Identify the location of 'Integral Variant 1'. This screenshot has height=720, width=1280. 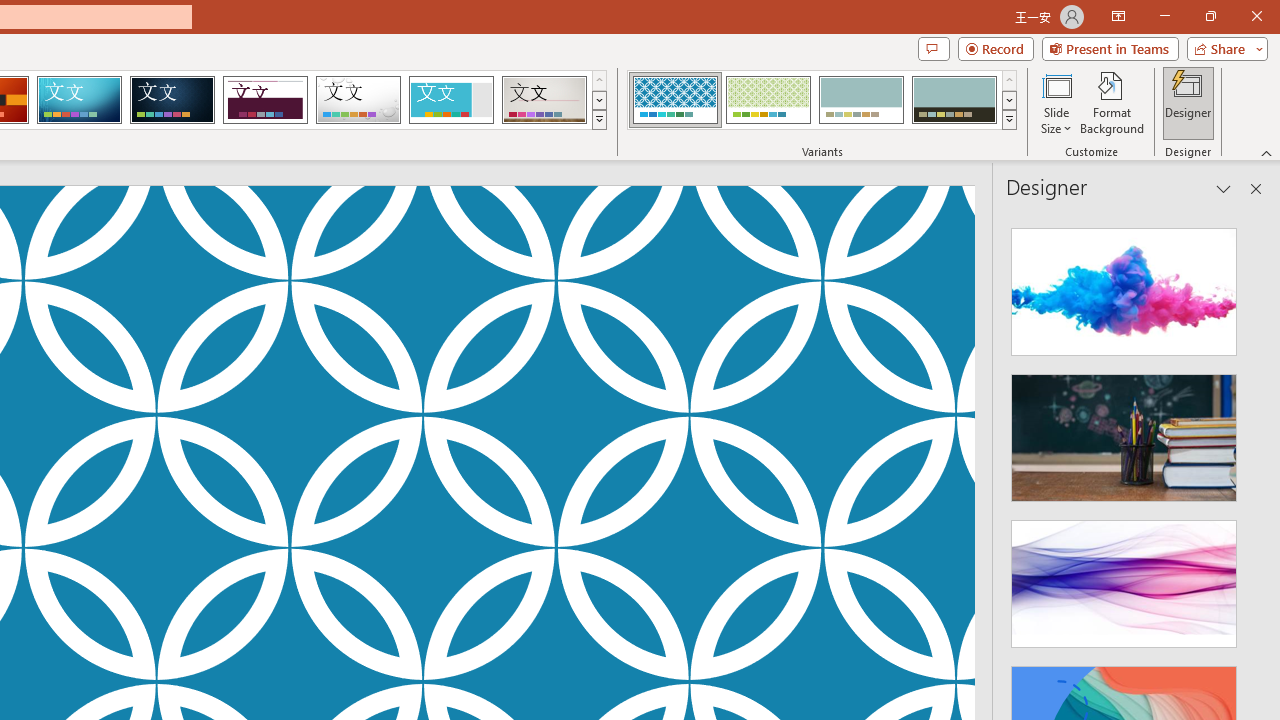
(675, 100).